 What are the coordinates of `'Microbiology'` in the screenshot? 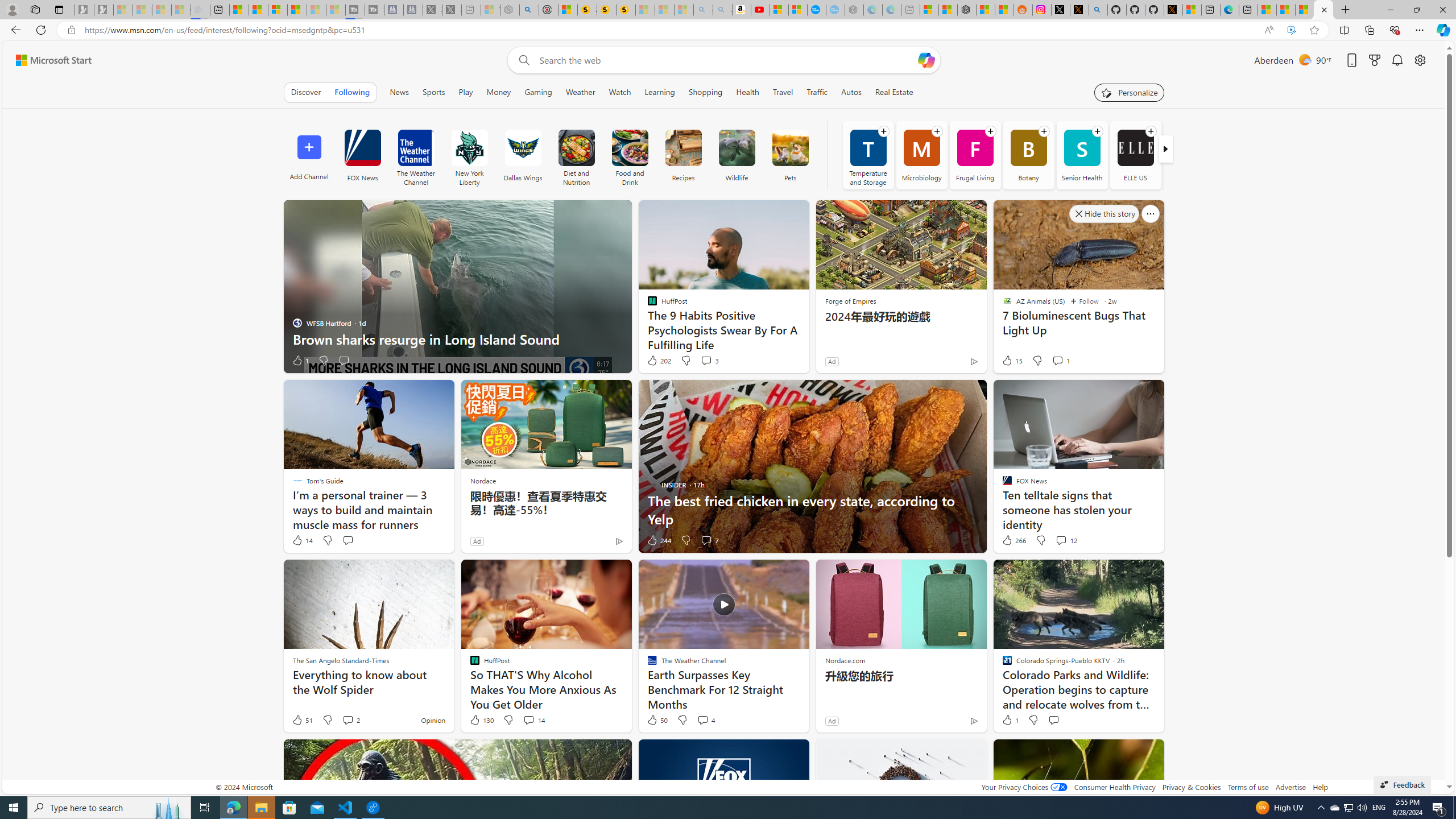 It's located at (921, 154).